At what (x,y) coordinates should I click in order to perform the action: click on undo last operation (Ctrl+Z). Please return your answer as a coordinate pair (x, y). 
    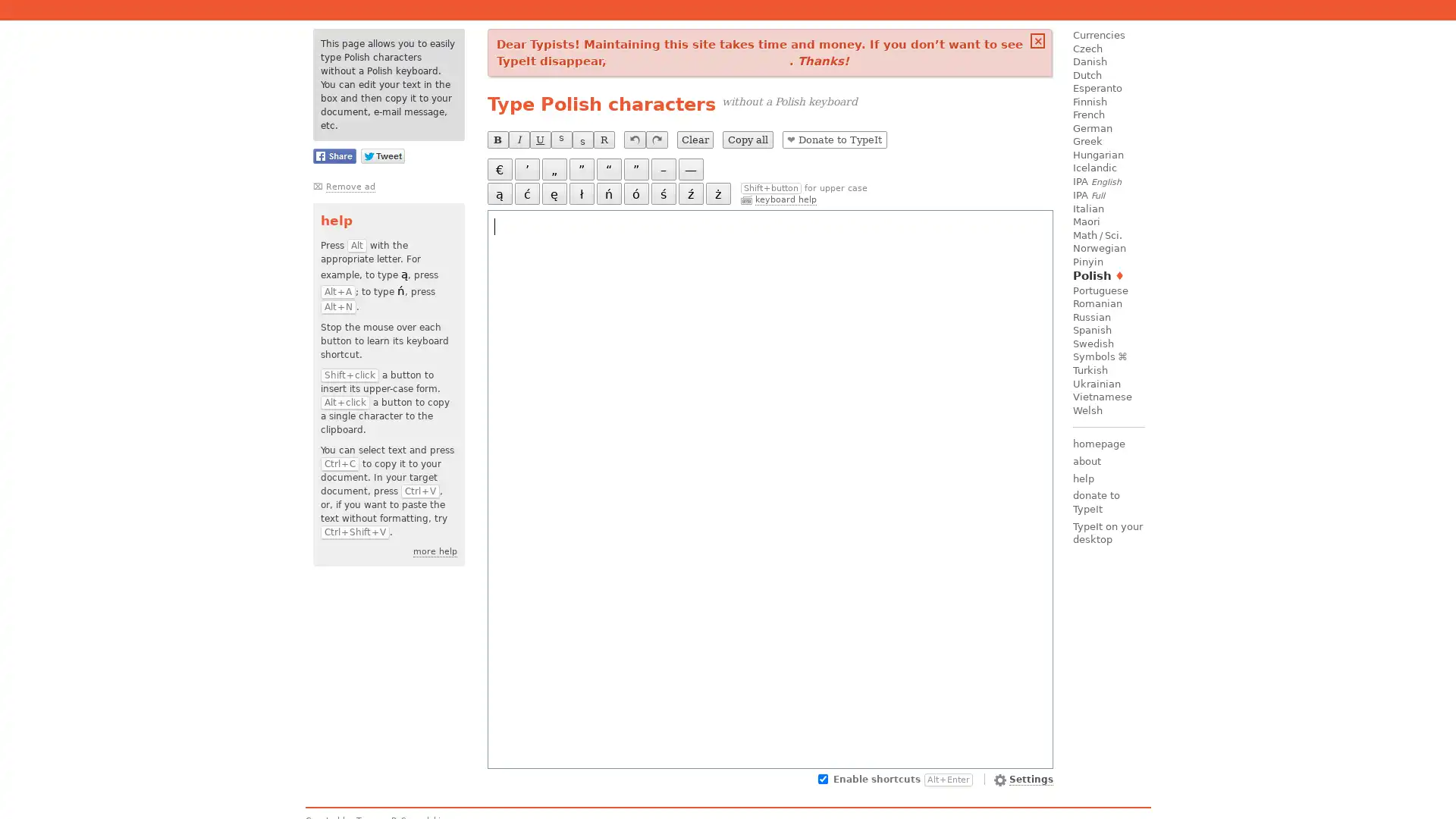
    Looking at the image, I should click on (634, 140).